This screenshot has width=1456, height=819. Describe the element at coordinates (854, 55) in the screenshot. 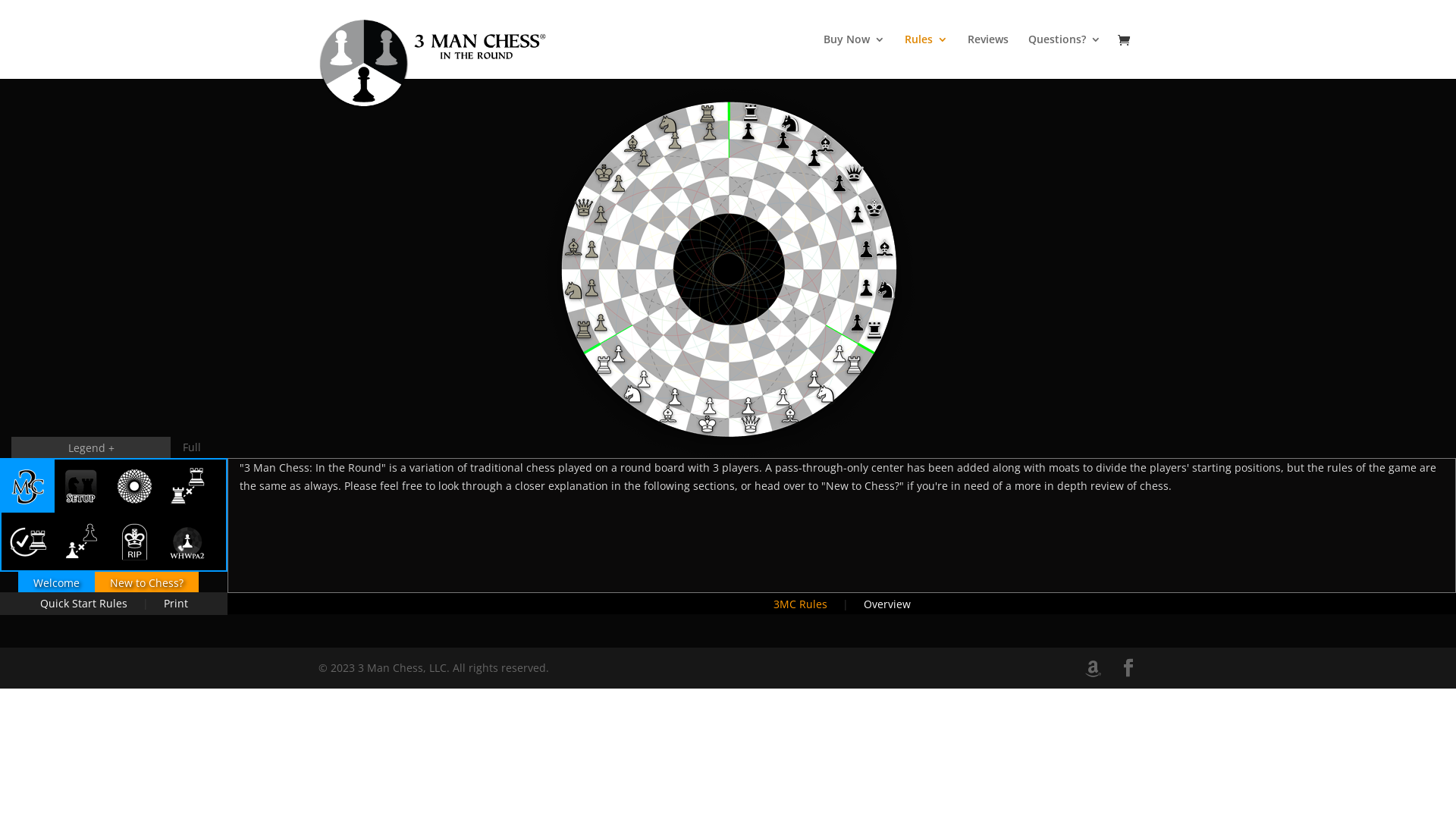

I see `'Buy Now'` at that location.